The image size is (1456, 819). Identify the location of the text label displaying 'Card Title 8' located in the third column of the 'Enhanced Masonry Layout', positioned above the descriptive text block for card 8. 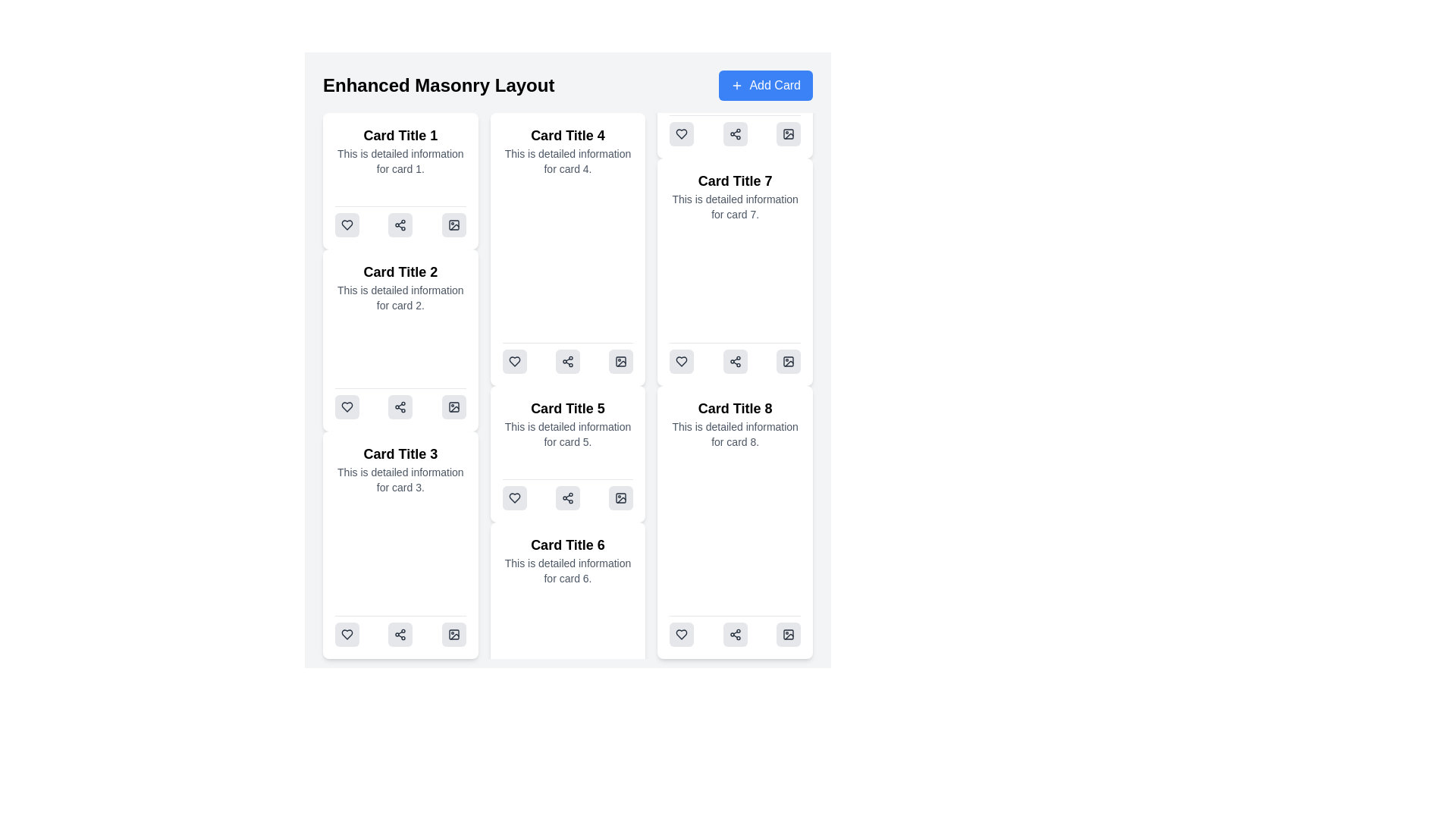
(735, 408).